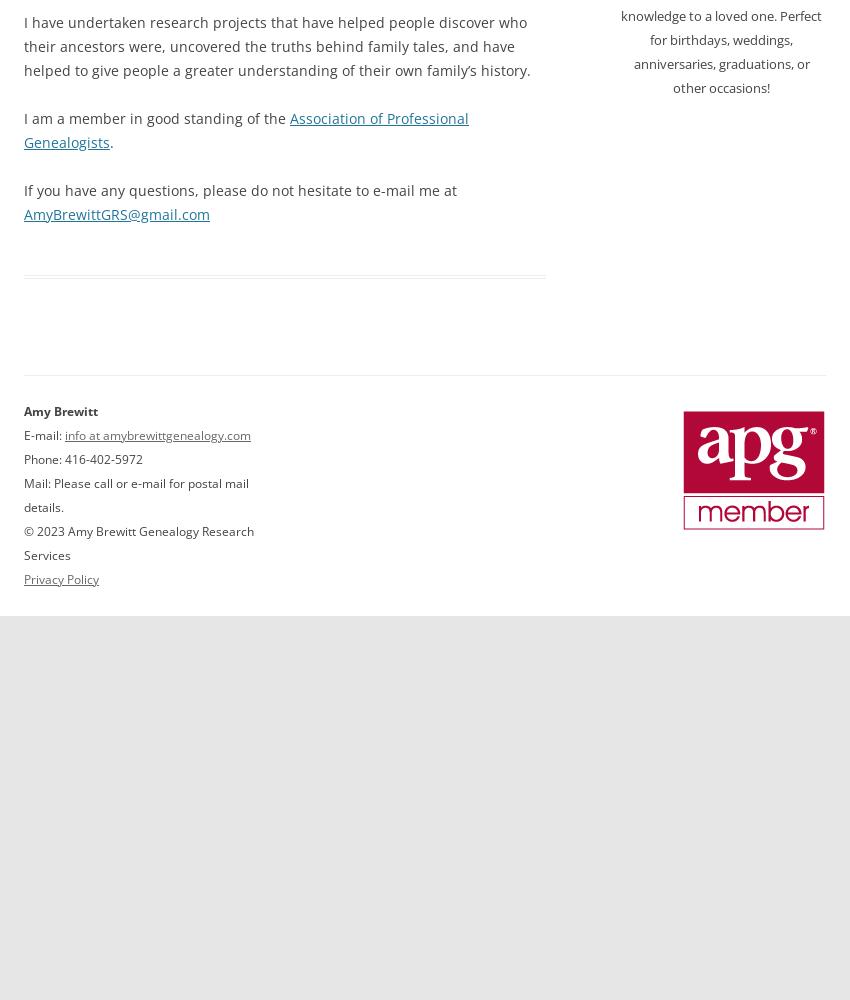 The width and height of the screenshot is (850, 1000). I want to click on 'Amy Brewitt', so click(61, 410).